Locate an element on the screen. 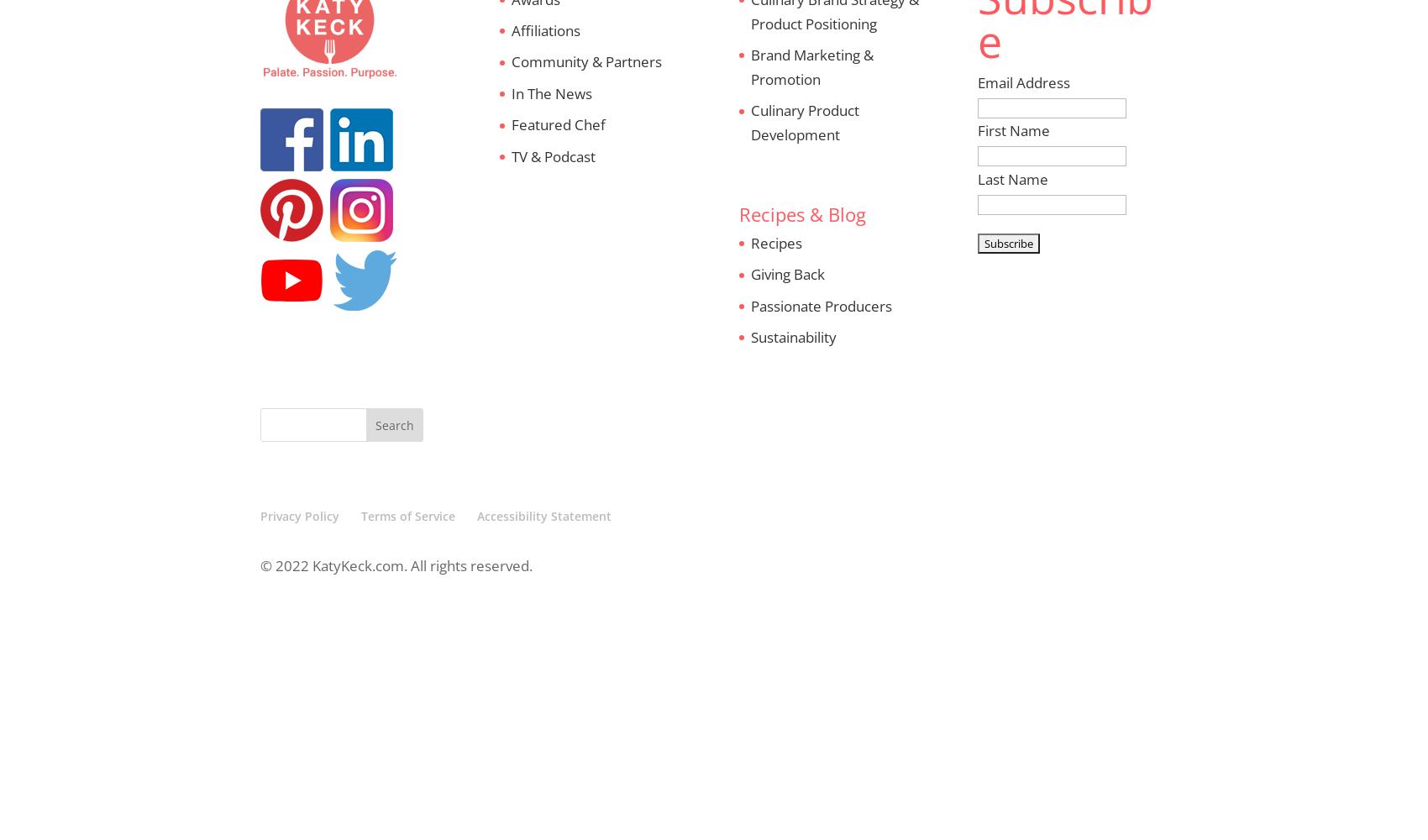 The width and height of the screenshot is (1428, 840). 'Featured Chef' is located at coordinates (558, 124).